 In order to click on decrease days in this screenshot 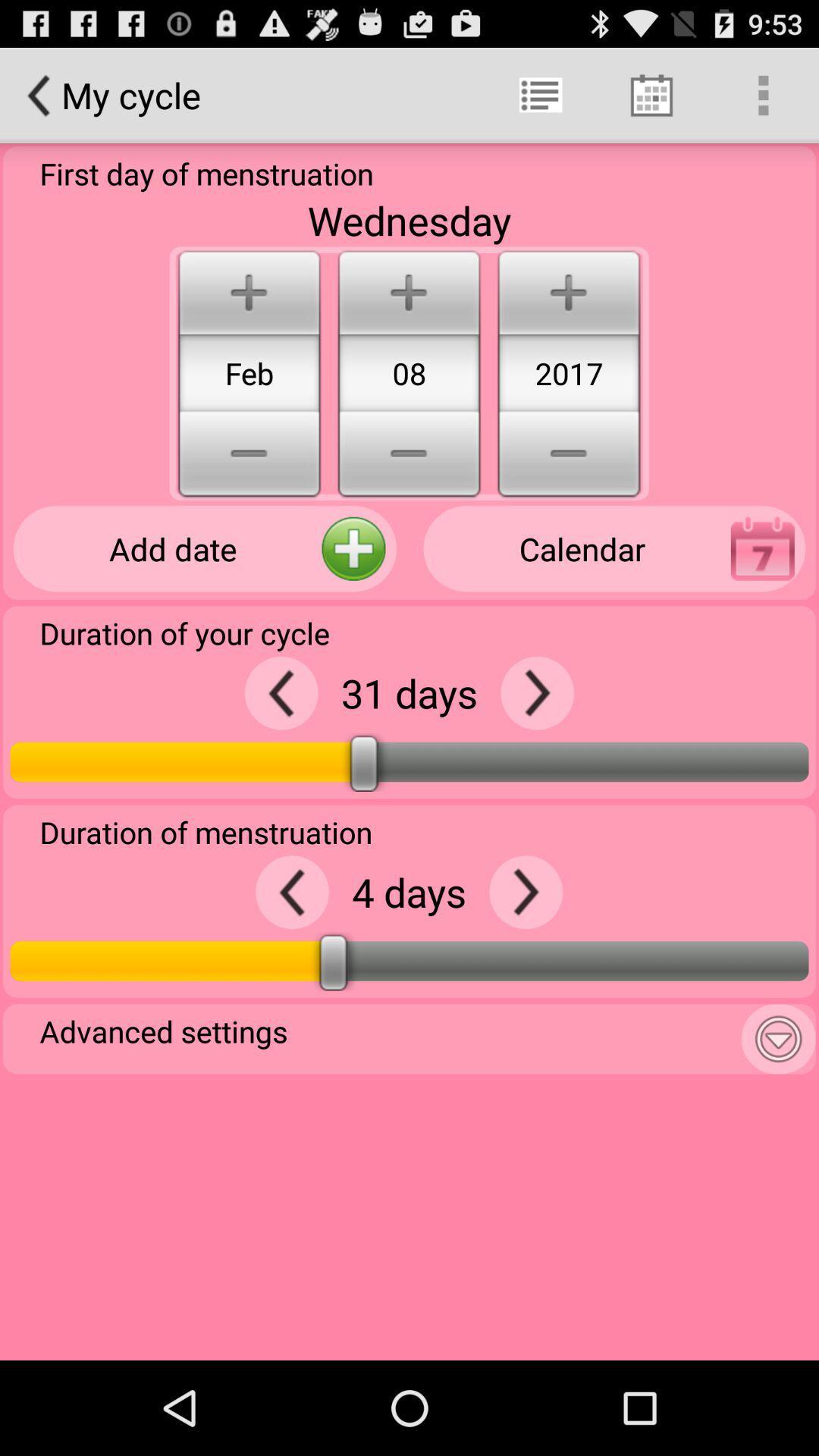, I will do `click(281, 692)`.